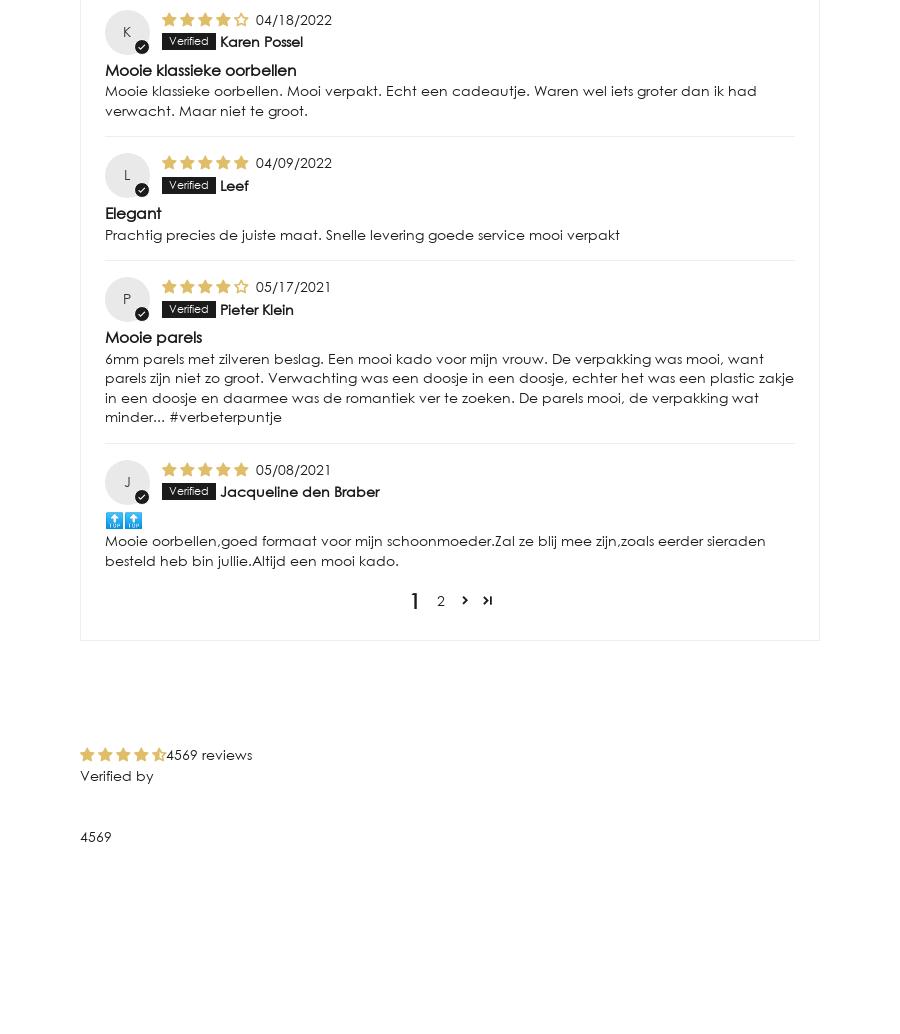  I want to click on 'Verified by', so click(79, 775).